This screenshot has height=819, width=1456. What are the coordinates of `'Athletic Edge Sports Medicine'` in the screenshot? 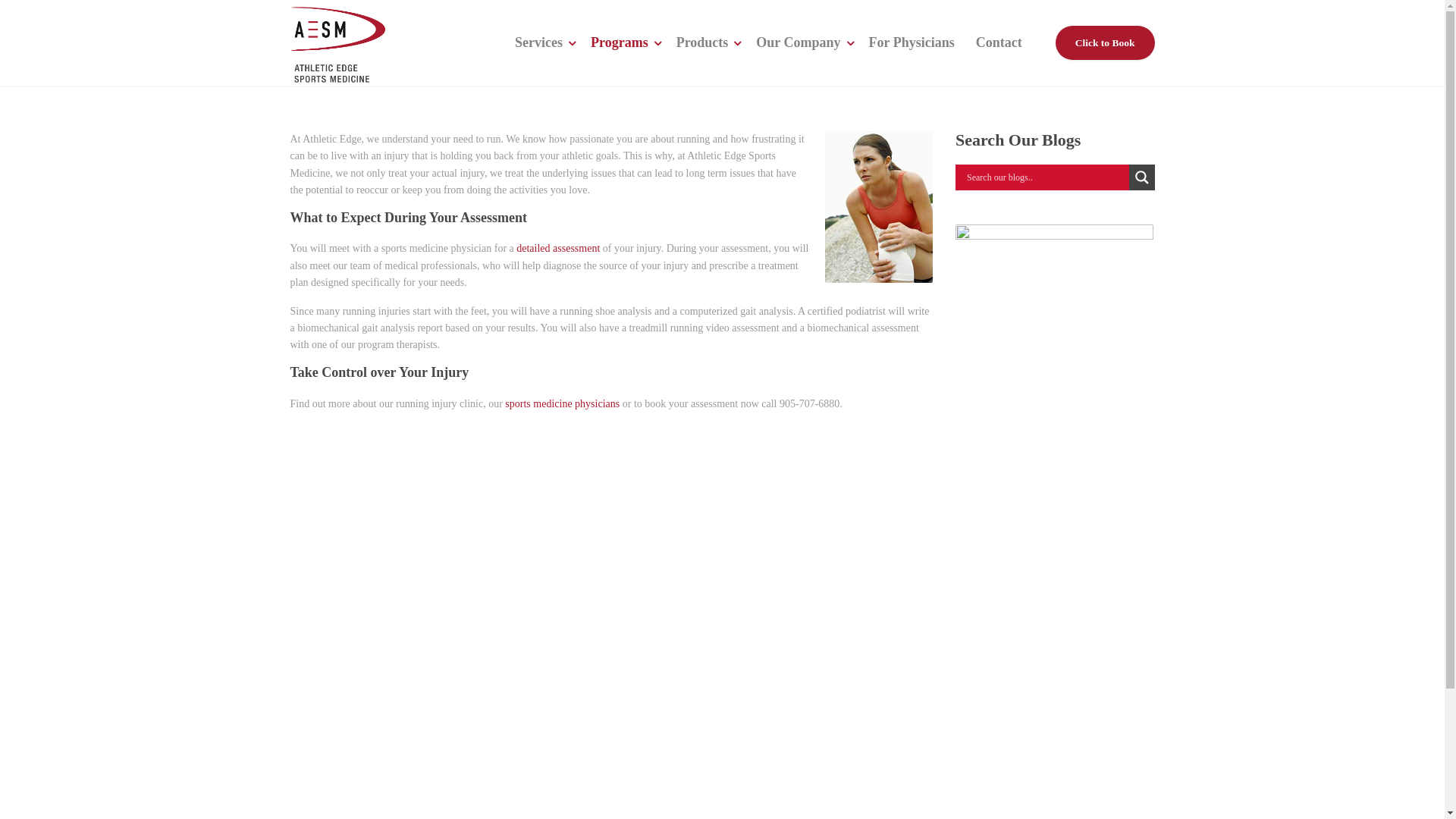 It's located at (290, 42).